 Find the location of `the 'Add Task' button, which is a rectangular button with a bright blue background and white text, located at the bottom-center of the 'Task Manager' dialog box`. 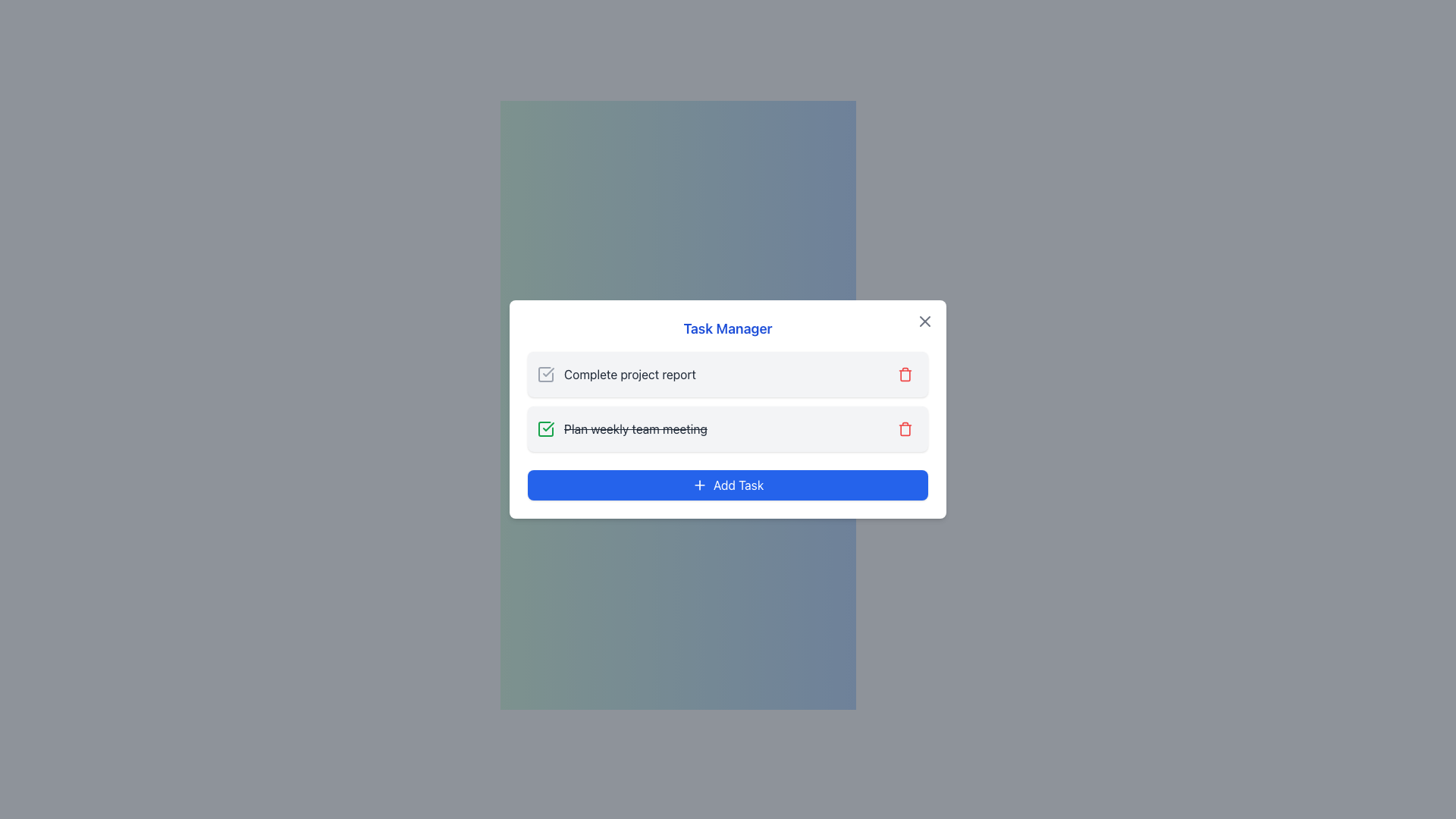

the 'Add Task' button, which is a rectangular button with a bright blue background and white text, located at the bottom-center of the 'Task Manager' dialog box is located at coordinates (728, 485).